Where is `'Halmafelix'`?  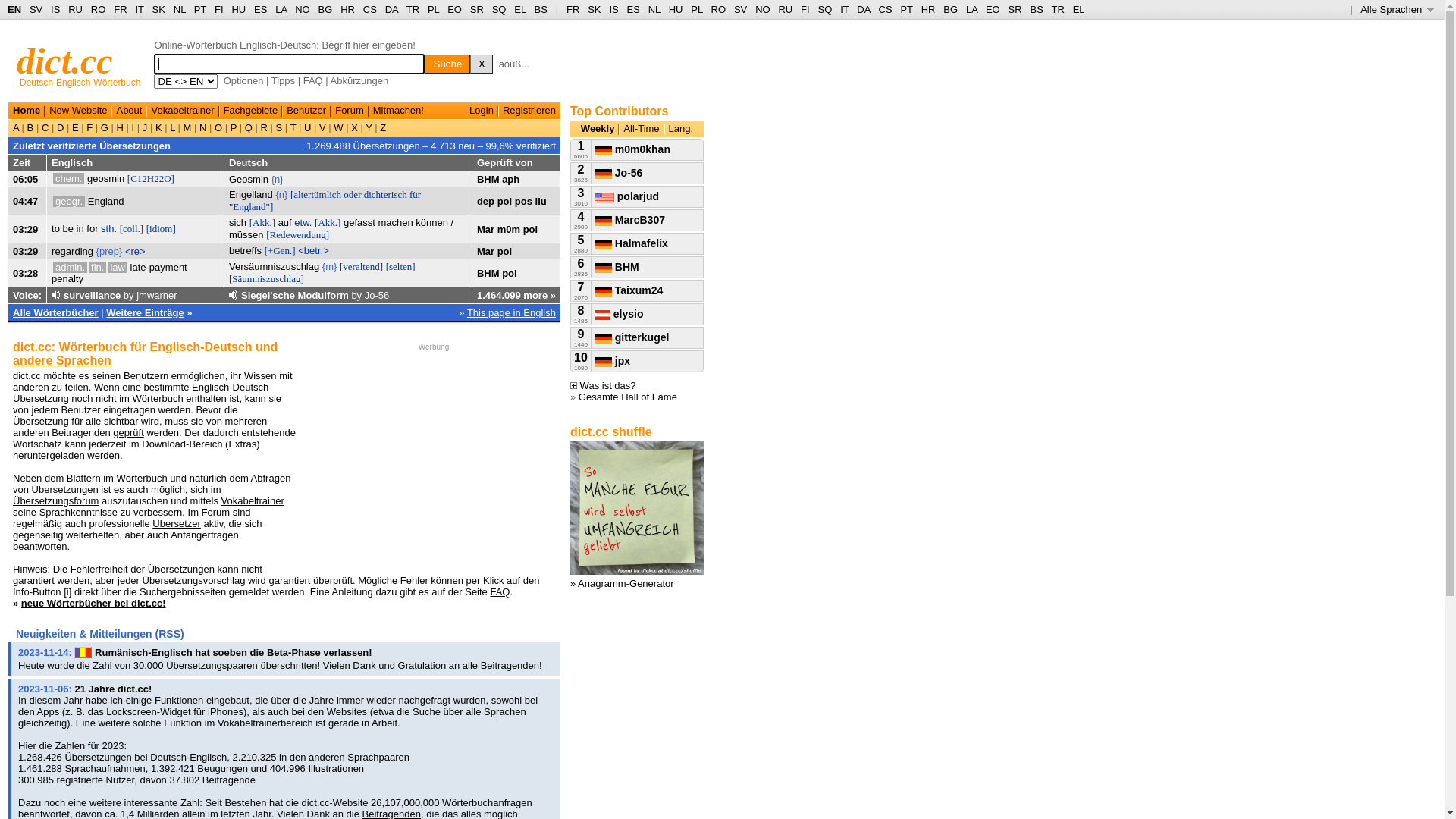
'Halmafelix' is located at coordinates (632, 242).